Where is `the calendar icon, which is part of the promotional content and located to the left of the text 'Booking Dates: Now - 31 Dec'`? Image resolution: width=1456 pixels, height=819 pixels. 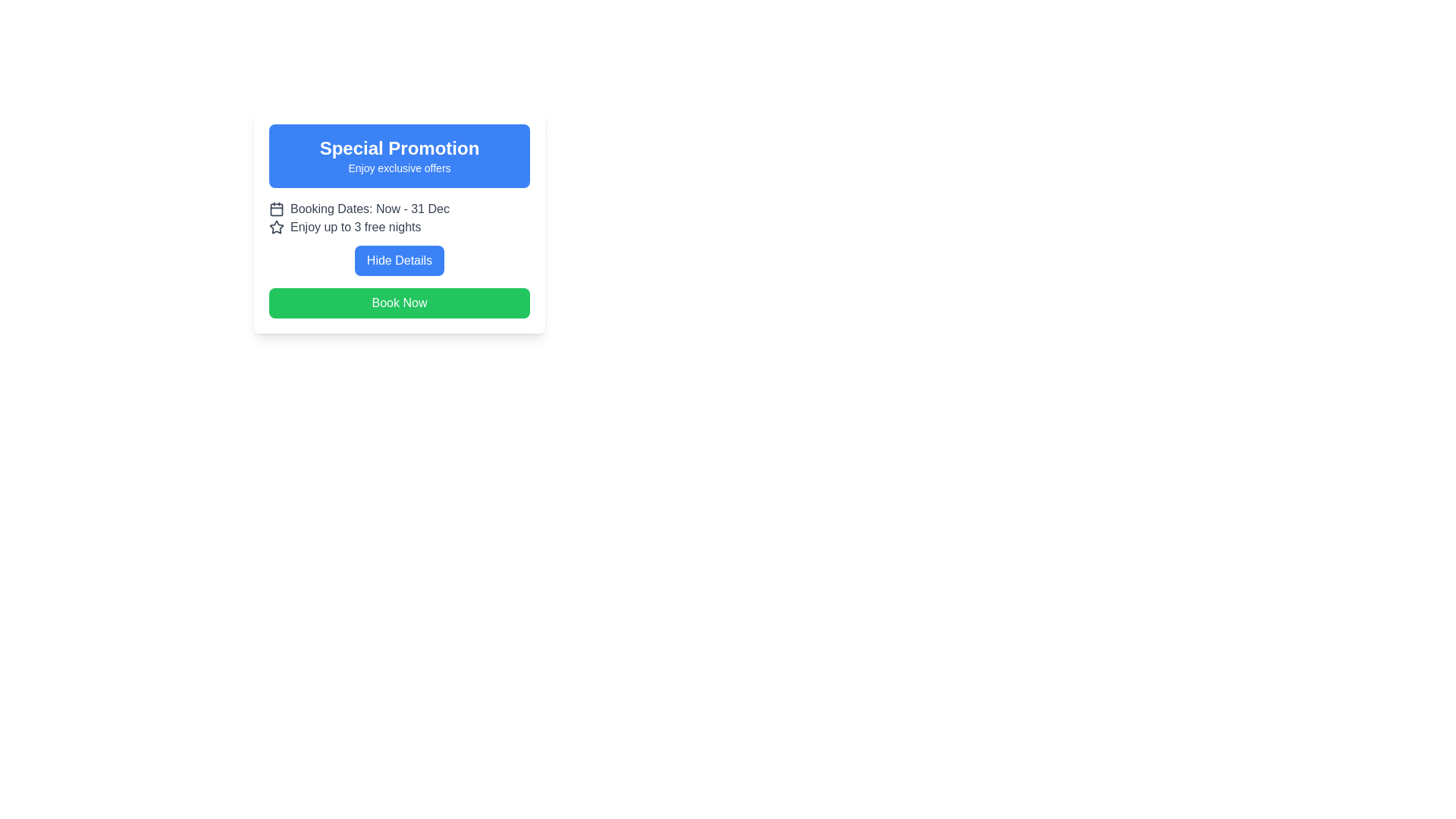
the calendar icon, which is part of the promotional content and located to the left of the text 'Booking Dates: Now - 31 Dec' is located at coordinates (276, 209).